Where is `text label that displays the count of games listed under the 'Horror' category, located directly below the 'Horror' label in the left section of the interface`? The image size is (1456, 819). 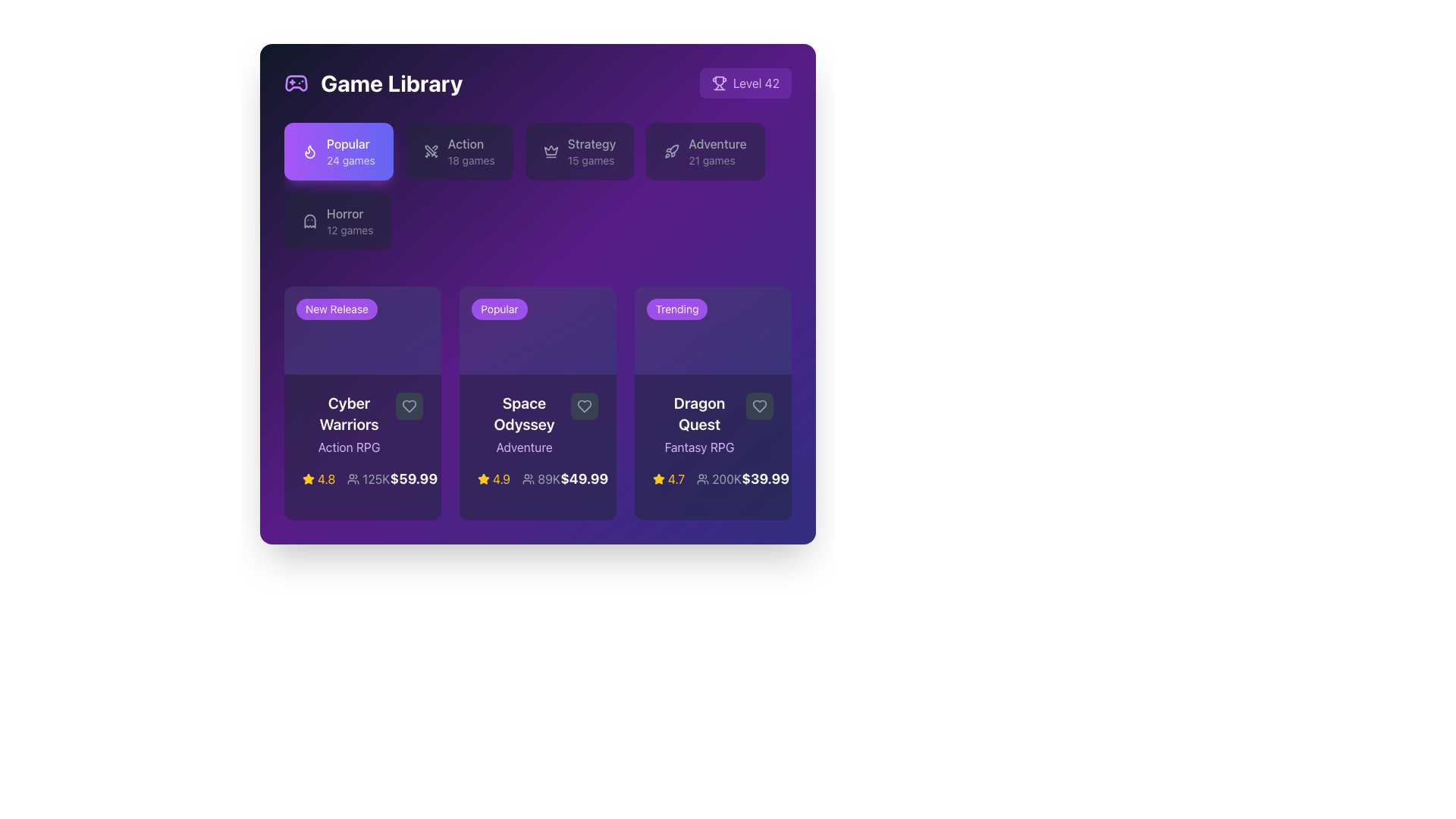 text label that displays the count of games listed under the 'Horror' category, located directly below the 'Horror' label in the left section of the interface is located at coordinates (349, 231).